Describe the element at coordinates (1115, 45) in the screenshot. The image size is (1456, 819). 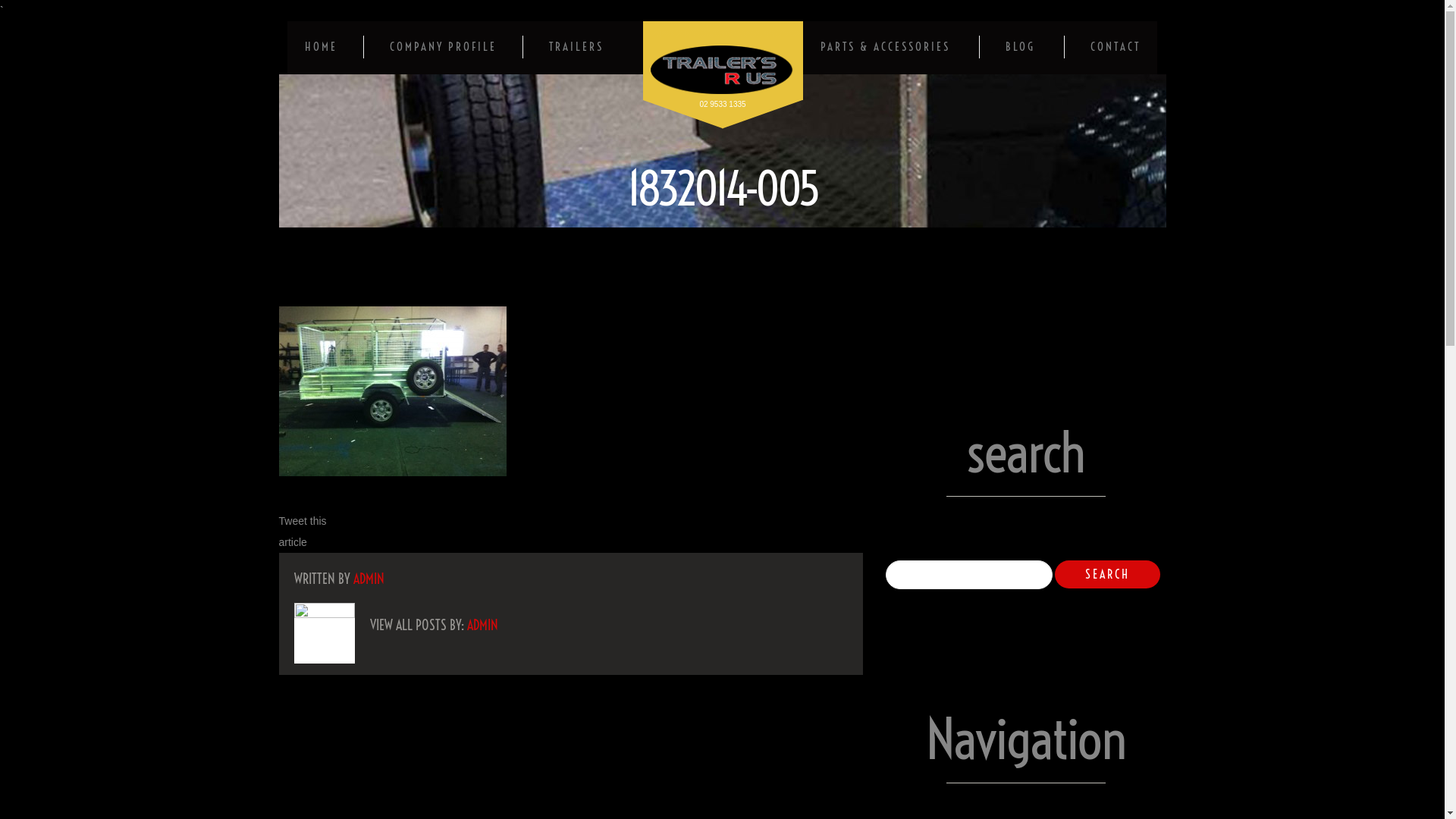
I see `'CONTACT'` at that location.